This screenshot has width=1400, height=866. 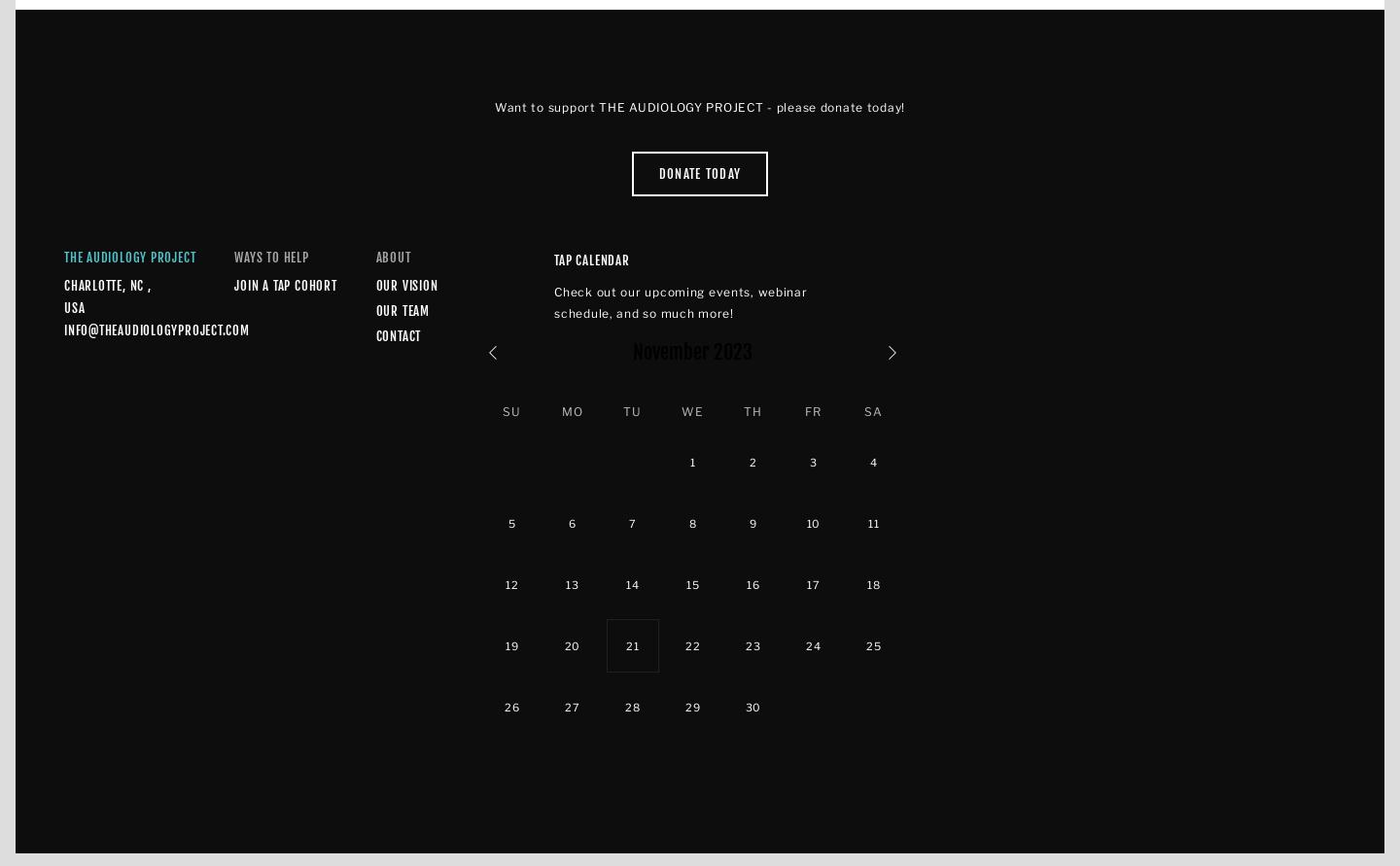 I want to click on 'Ways to Help', so click(x=269, y=257).